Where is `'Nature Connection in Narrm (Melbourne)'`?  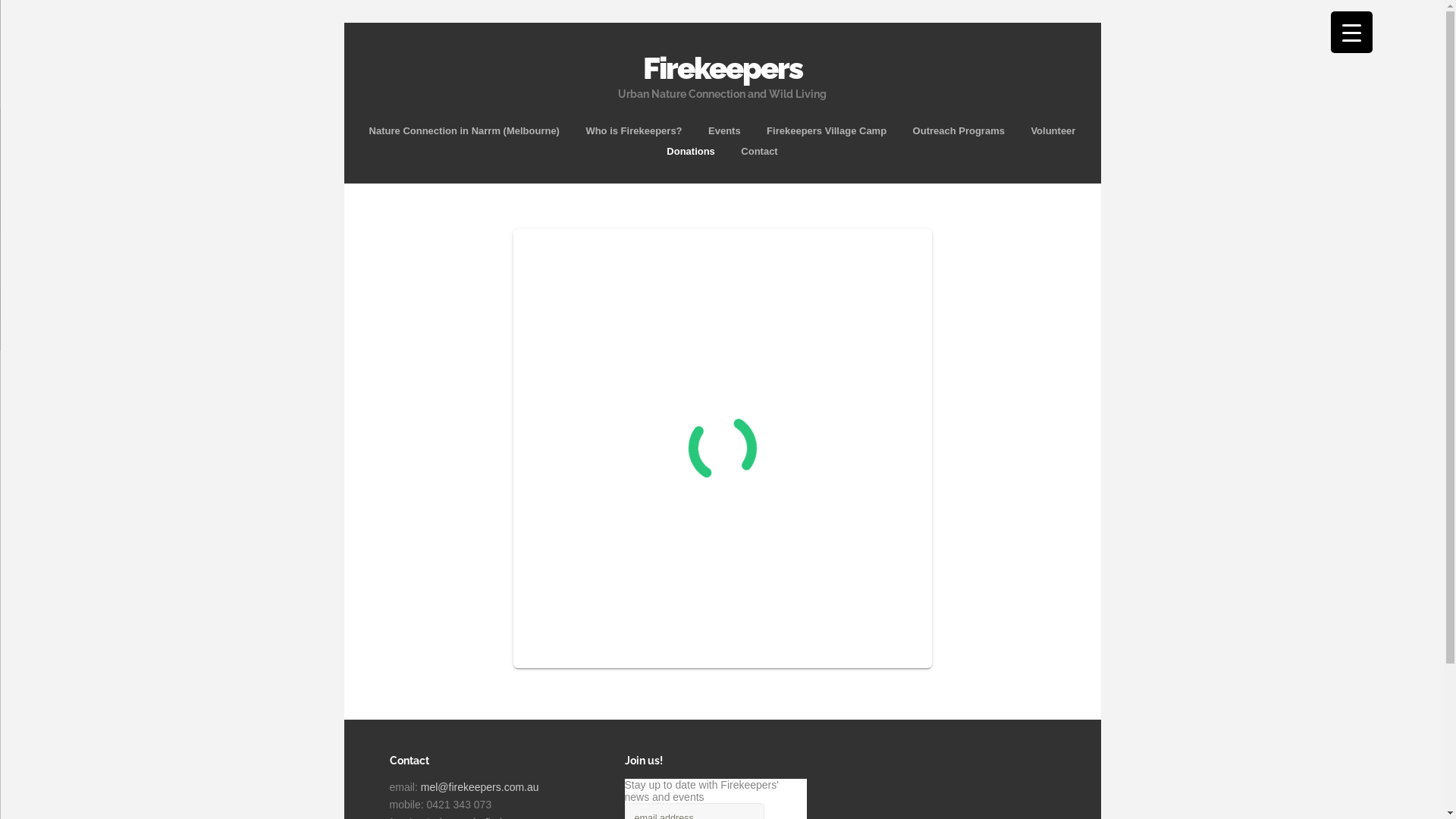
'Nature Connection in Narrm (Melbourne)' is located at coordinates (463, 130).